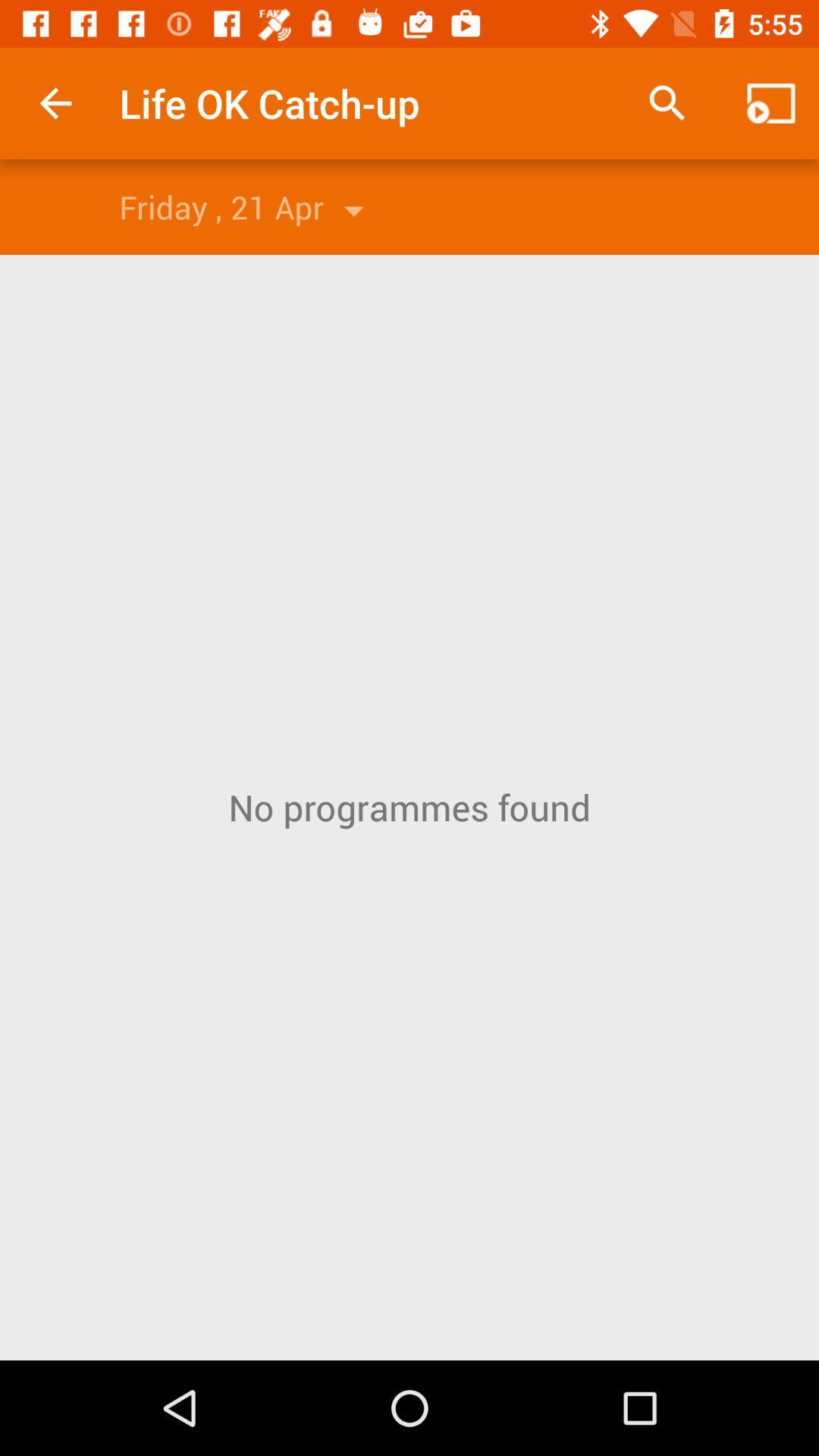 The width and height of the screenshot is (819, 1456). What do you see at coordinates (55, 102) in the screenshot?
I see `the icon above friday , 21 apr  icon` at bounding box center [55, 102].